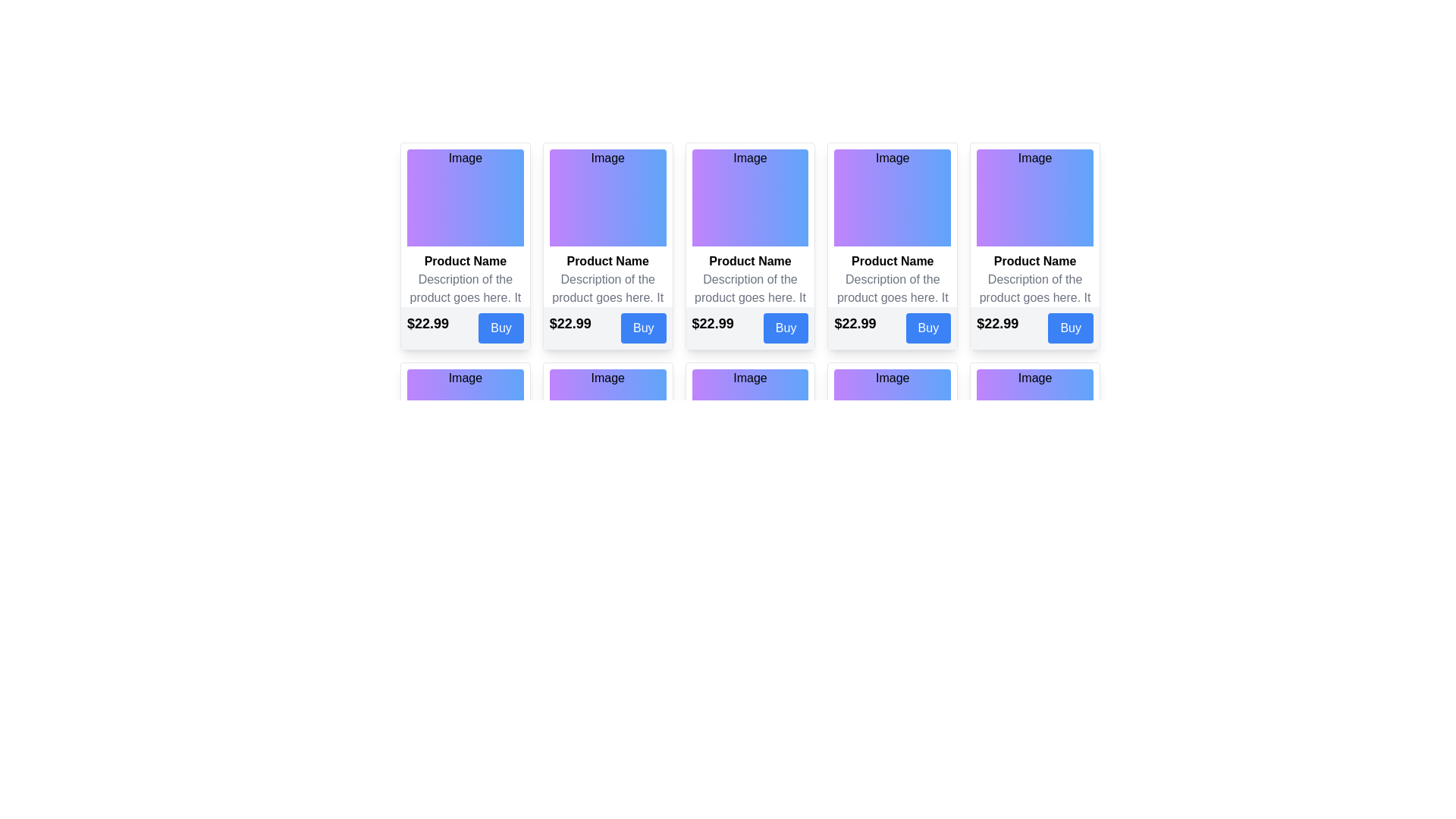 This screenshot has height=819, width=1456. I want to click on the text block that provides a summary of the product, located within the second section of the first product card, directly following the product name and above the price section, so click(464, 307).